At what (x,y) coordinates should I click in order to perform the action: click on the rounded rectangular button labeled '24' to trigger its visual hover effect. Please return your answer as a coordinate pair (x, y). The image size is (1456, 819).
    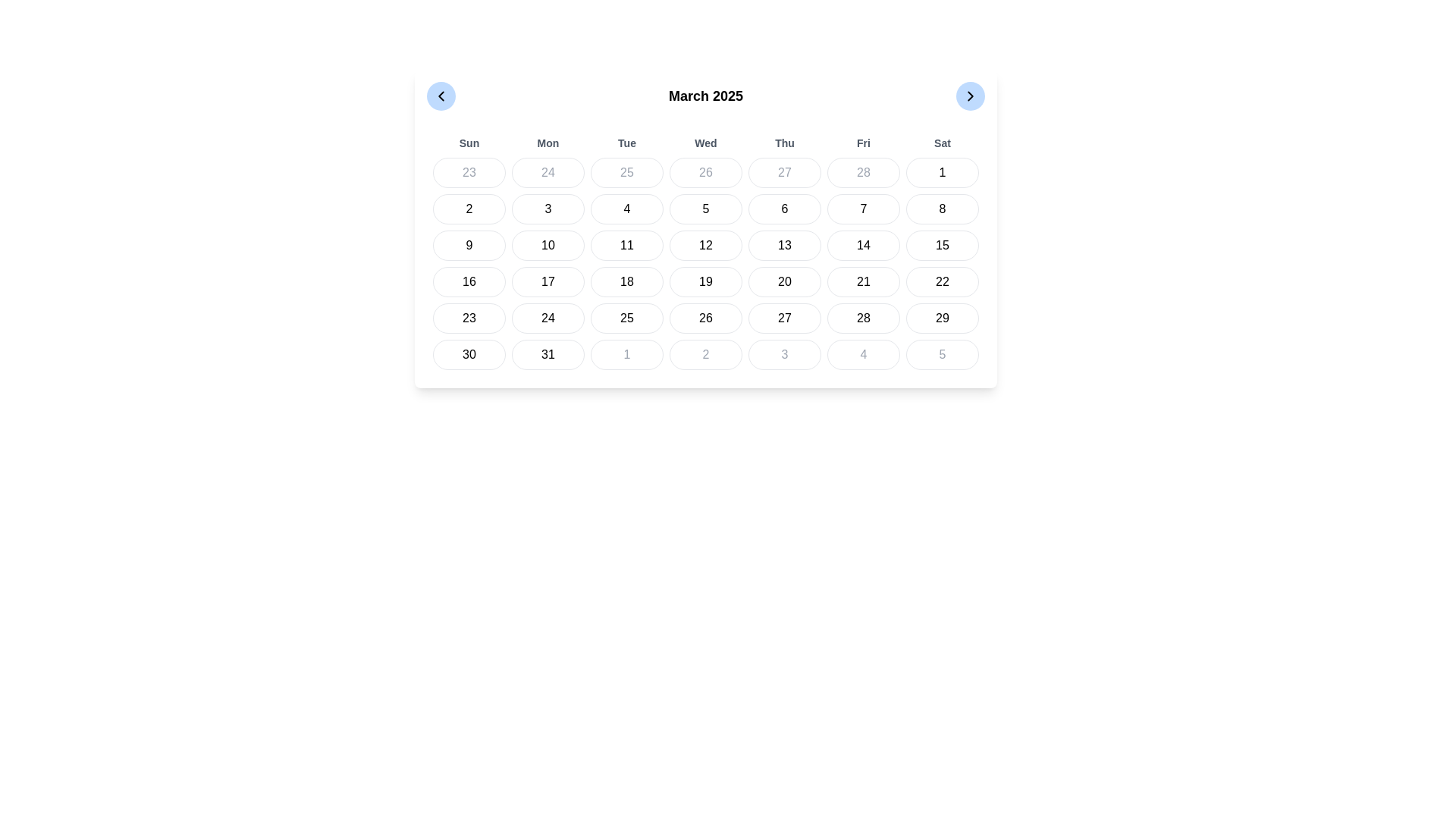
    Looking at the image, I should click on (548, 318).